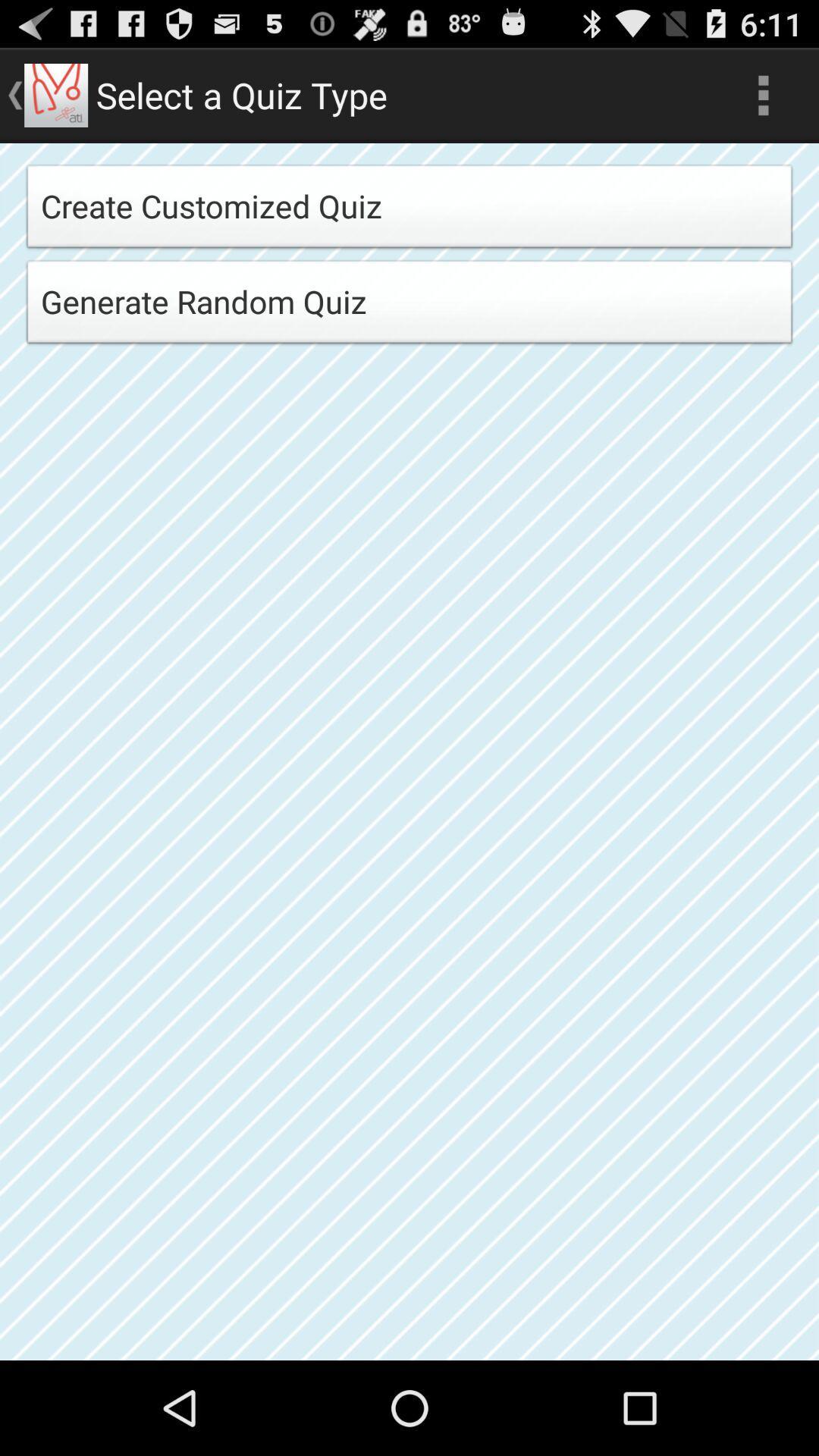  What do you see at coordinates (409, 210) in the screenshot?
I see `the icon above the generate random quiz item` at bounding box center [409, 210].